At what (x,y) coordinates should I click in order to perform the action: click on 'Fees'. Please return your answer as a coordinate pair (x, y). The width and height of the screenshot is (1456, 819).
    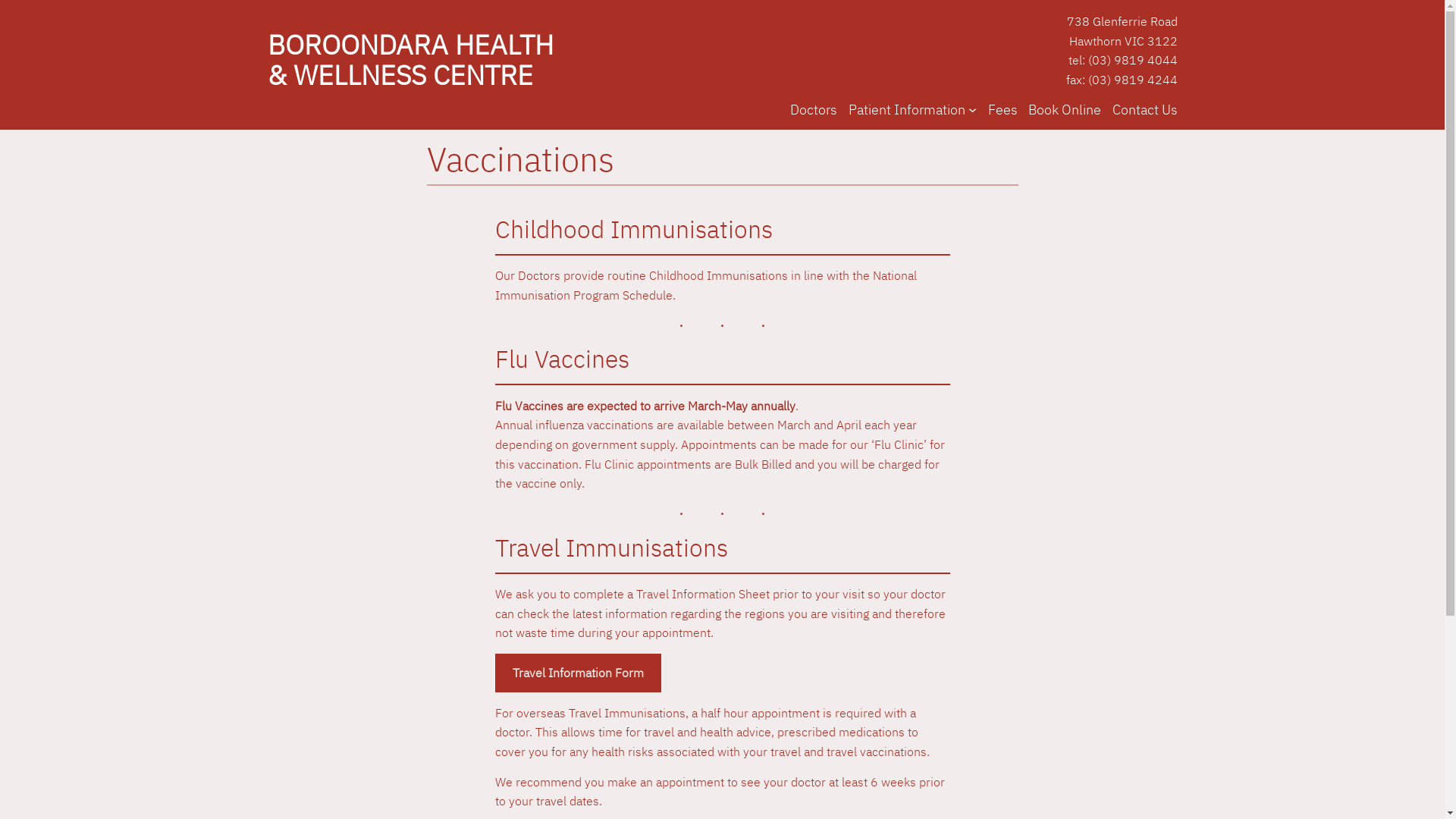
    Looking at the image, I should click on (1003, 108).